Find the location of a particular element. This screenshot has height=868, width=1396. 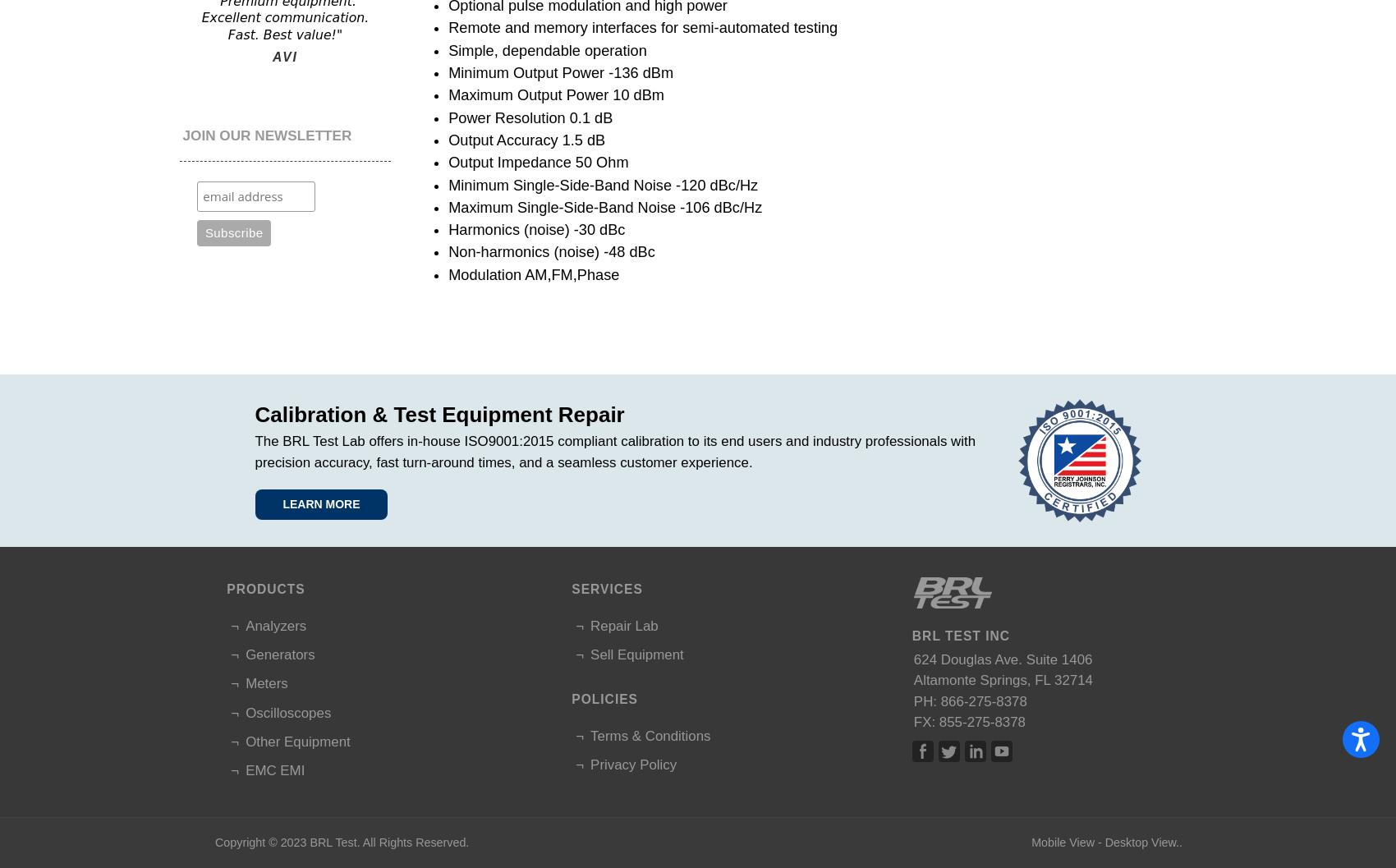

'Sell Equipment' is located at coordinates (636, 654).